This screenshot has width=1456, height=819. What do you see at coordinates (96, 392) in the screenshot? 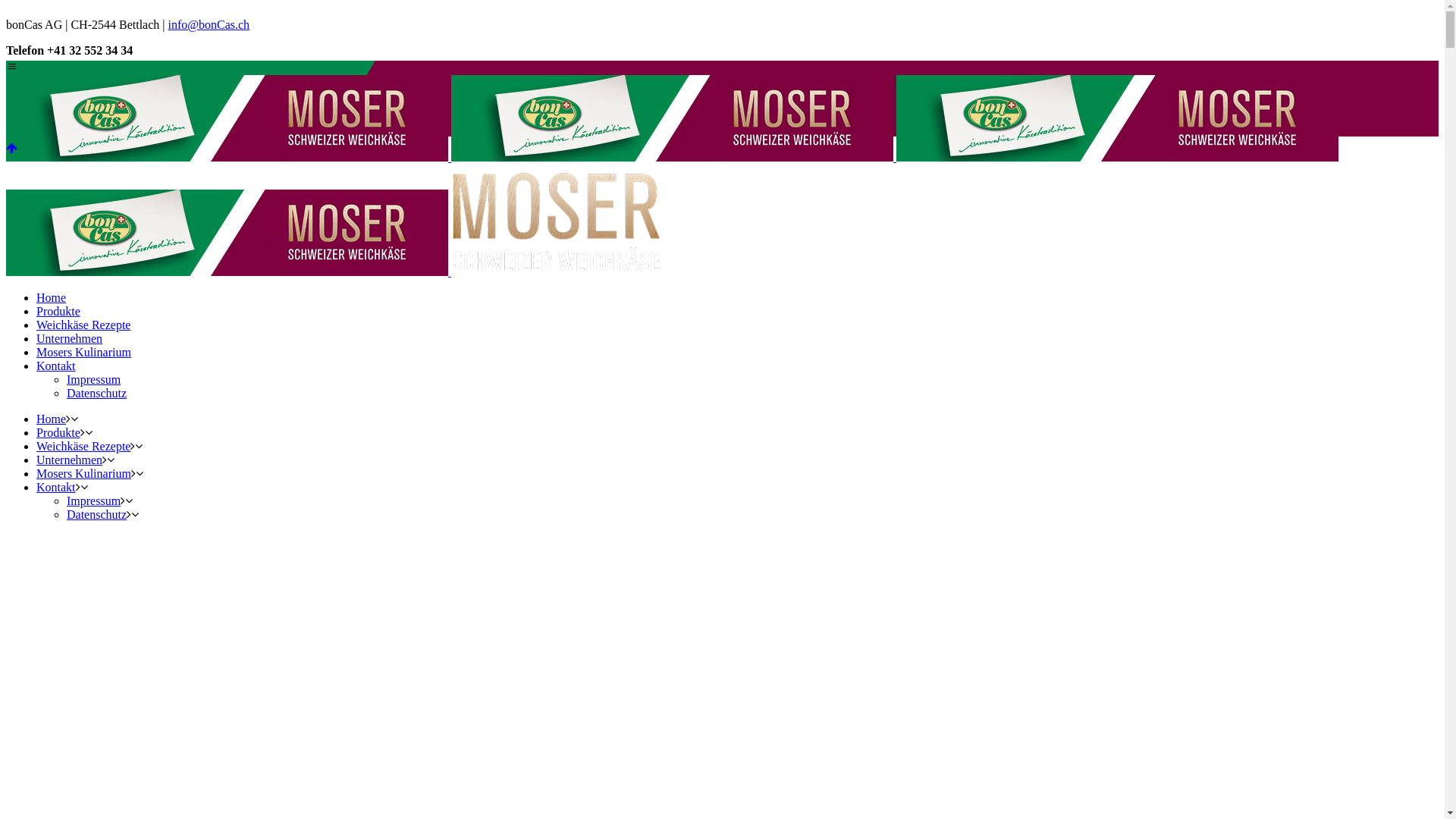
I see `'Datenschutz'` at bounding box center [96, 392].